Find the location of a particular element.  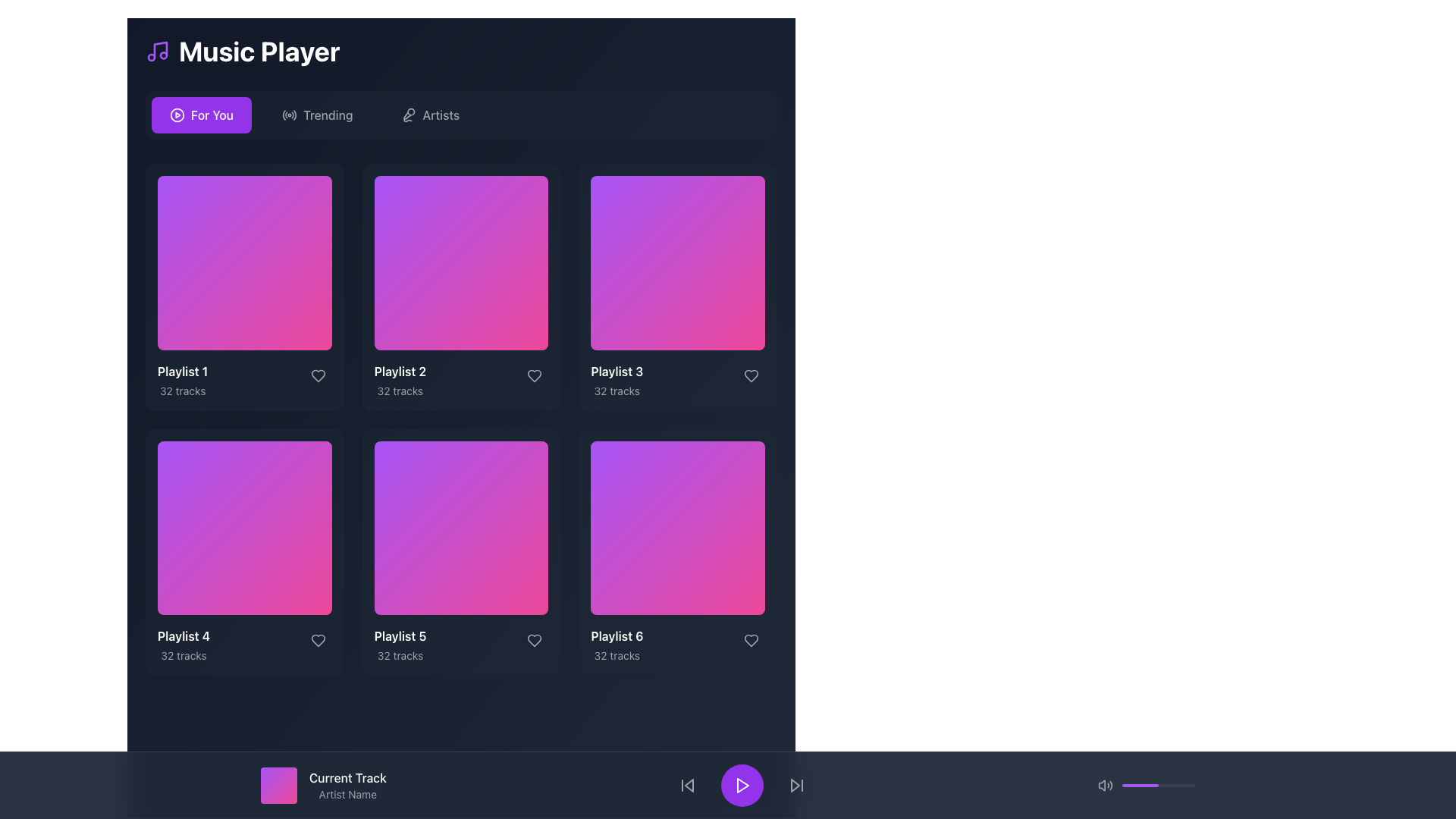

the slider value is located at coordinates (1124, 785).